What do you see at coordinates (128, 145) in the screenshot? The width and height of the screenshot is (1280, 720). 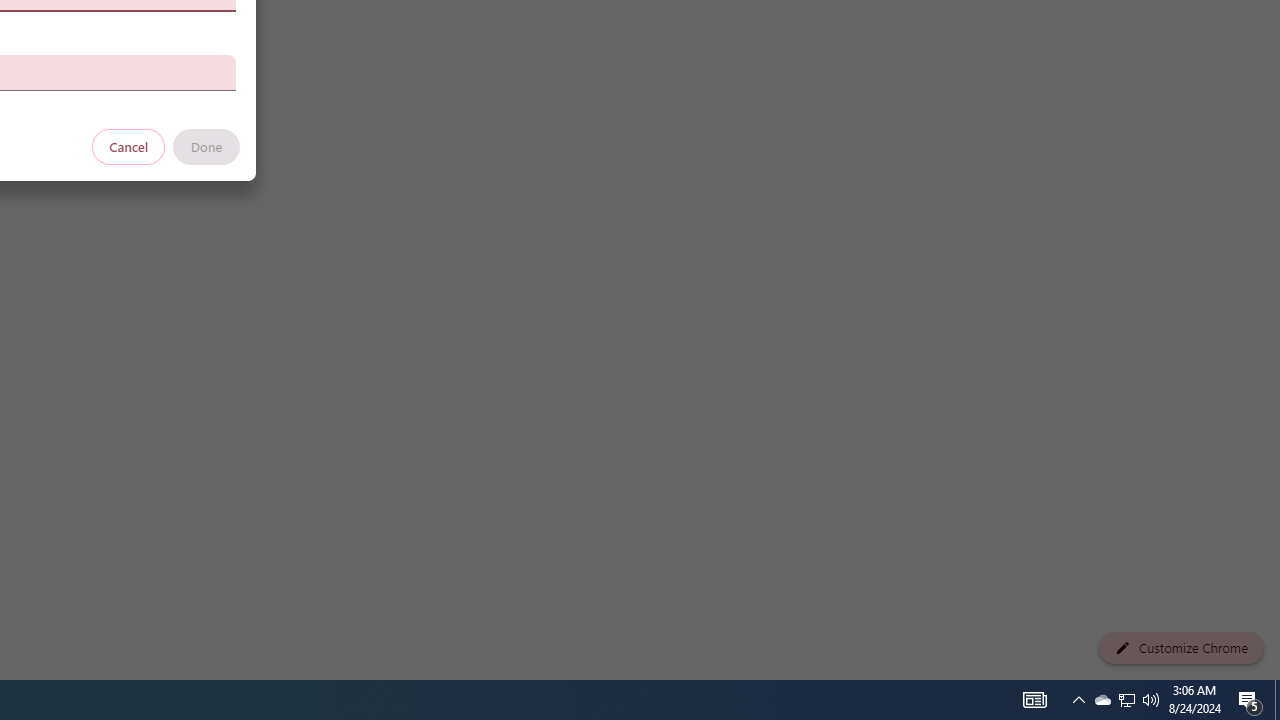 I see `'Cancel'` at bounding box center [128, 145].